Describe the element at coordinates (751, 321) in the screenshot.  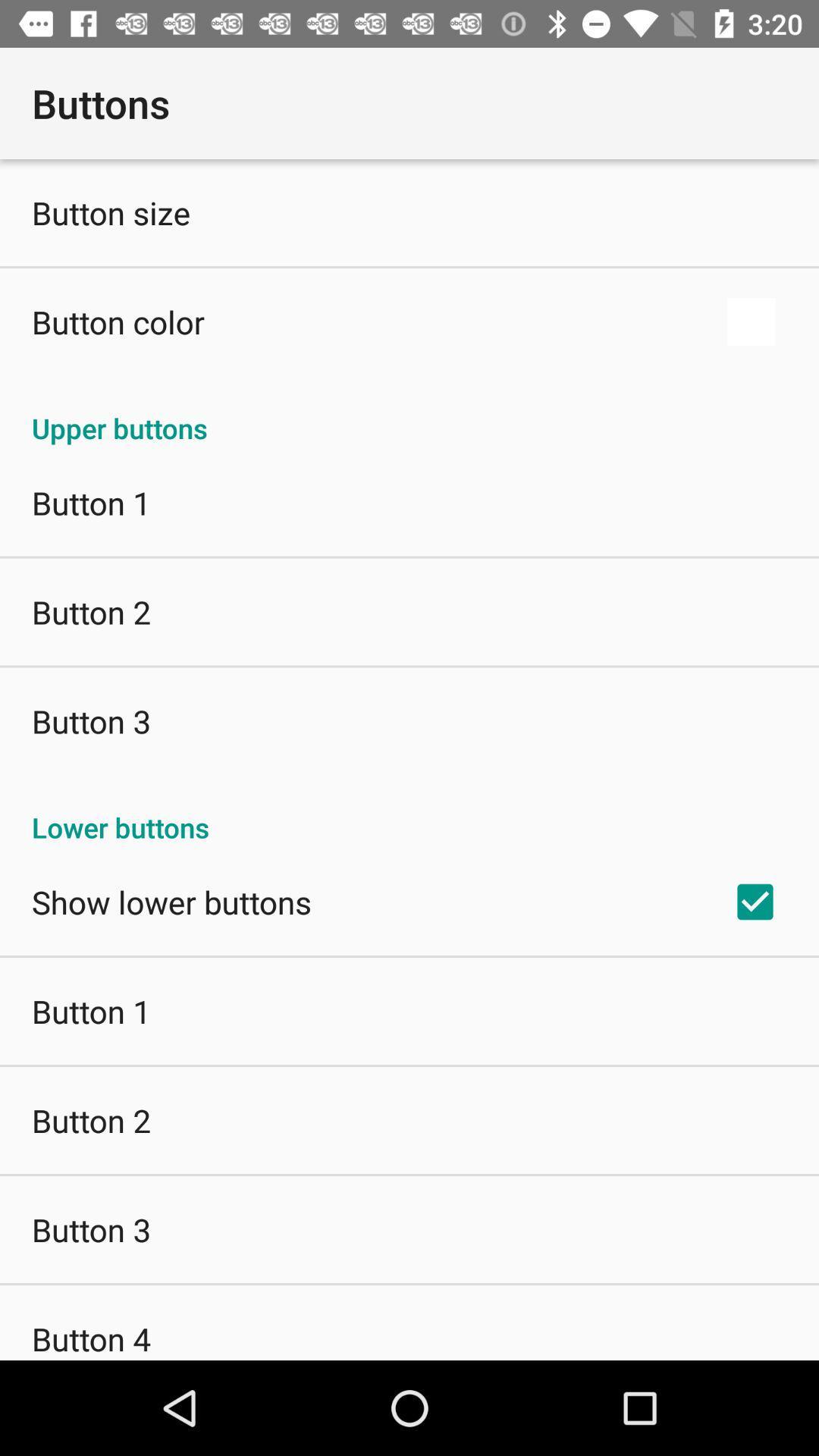
I see `item next to button color item` at that location.